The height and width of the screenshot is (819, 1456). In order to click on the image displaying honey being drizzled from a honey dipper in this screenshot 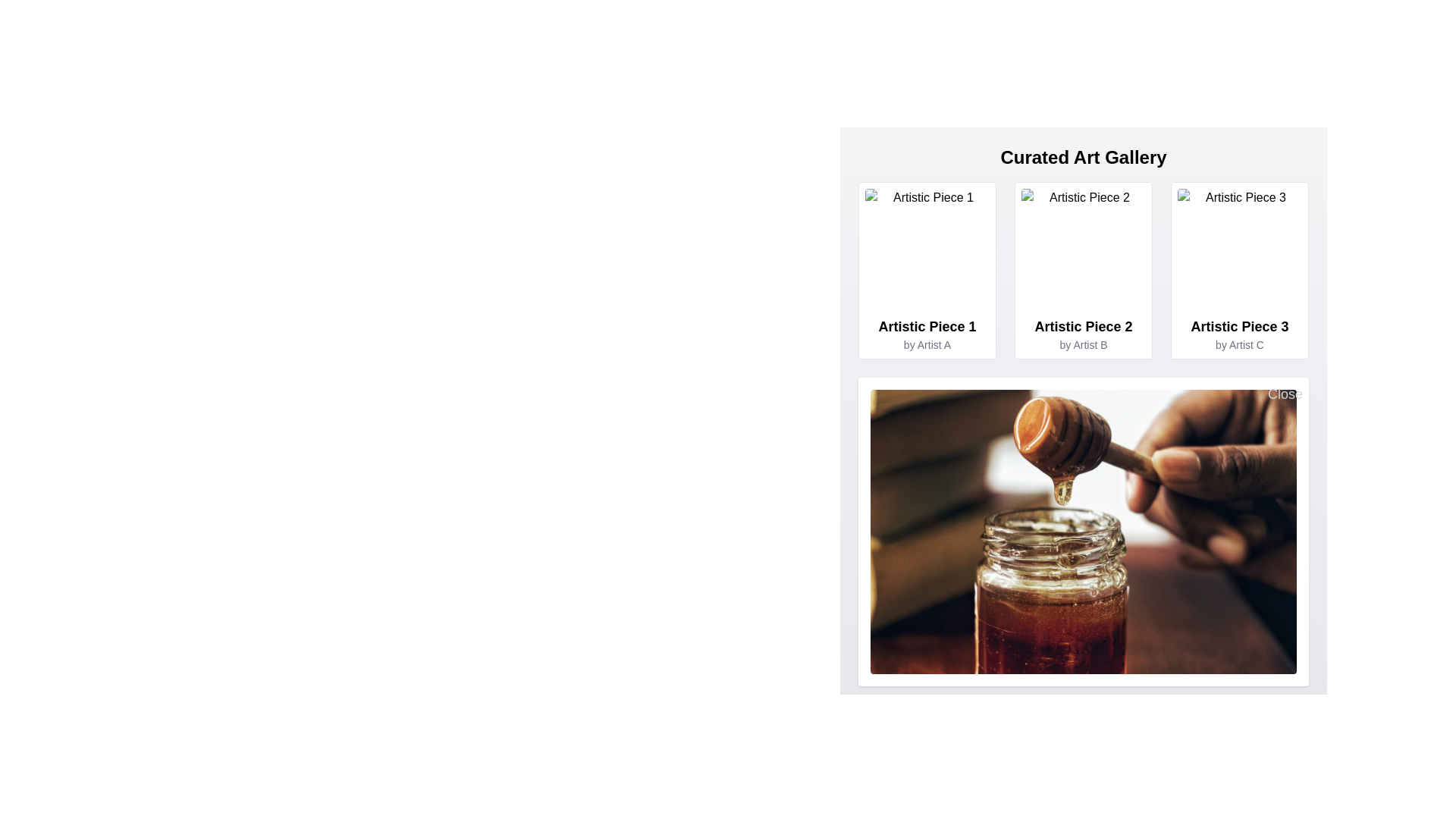, I will do `click(1083, 531)`.